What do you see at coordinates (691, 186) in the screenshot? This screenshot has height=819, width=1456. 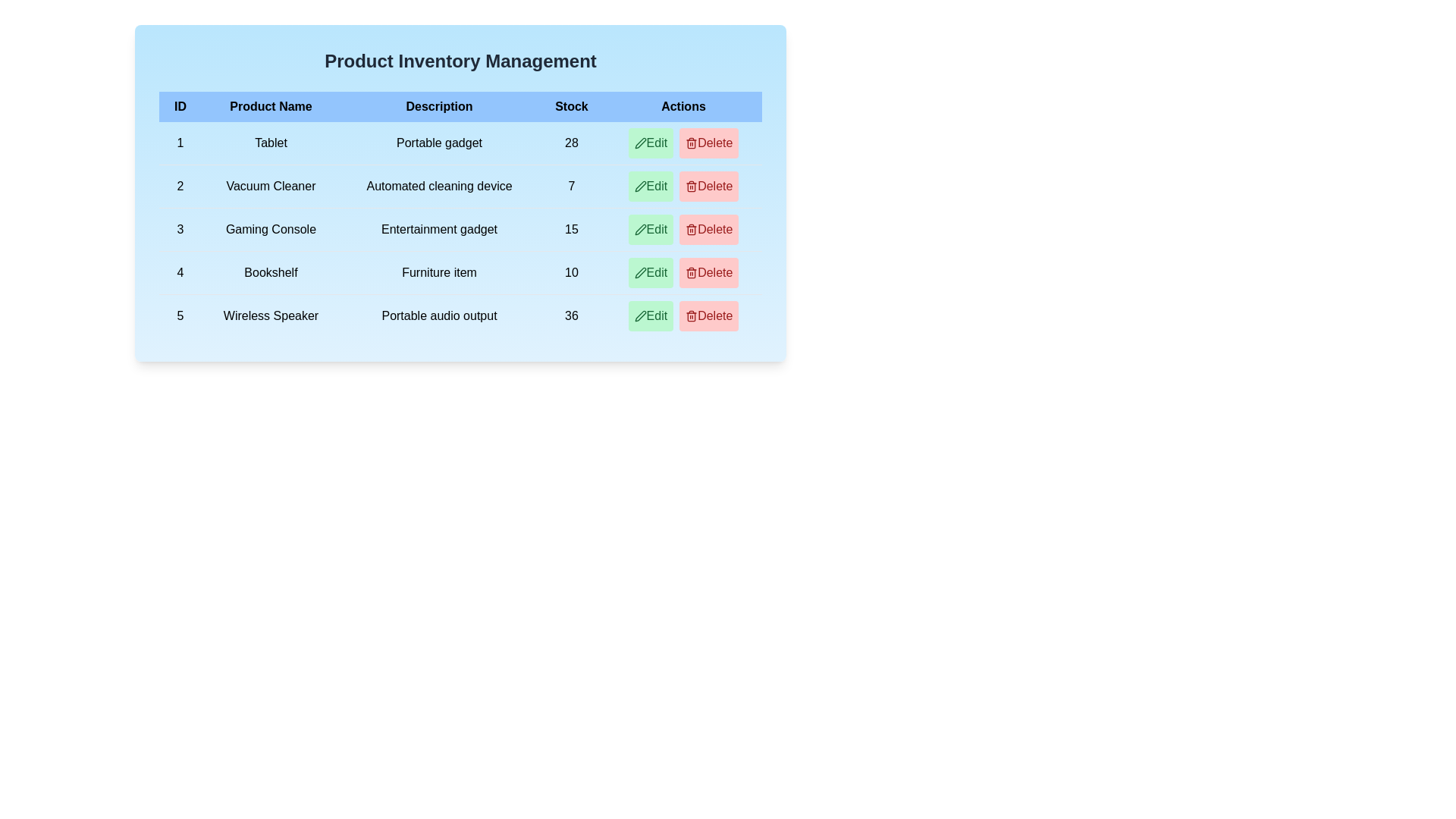 I see `the trash can icon located in the second row of the table within the 'Delete' button in the 'Actions' column` at bounding box center [691, 186].